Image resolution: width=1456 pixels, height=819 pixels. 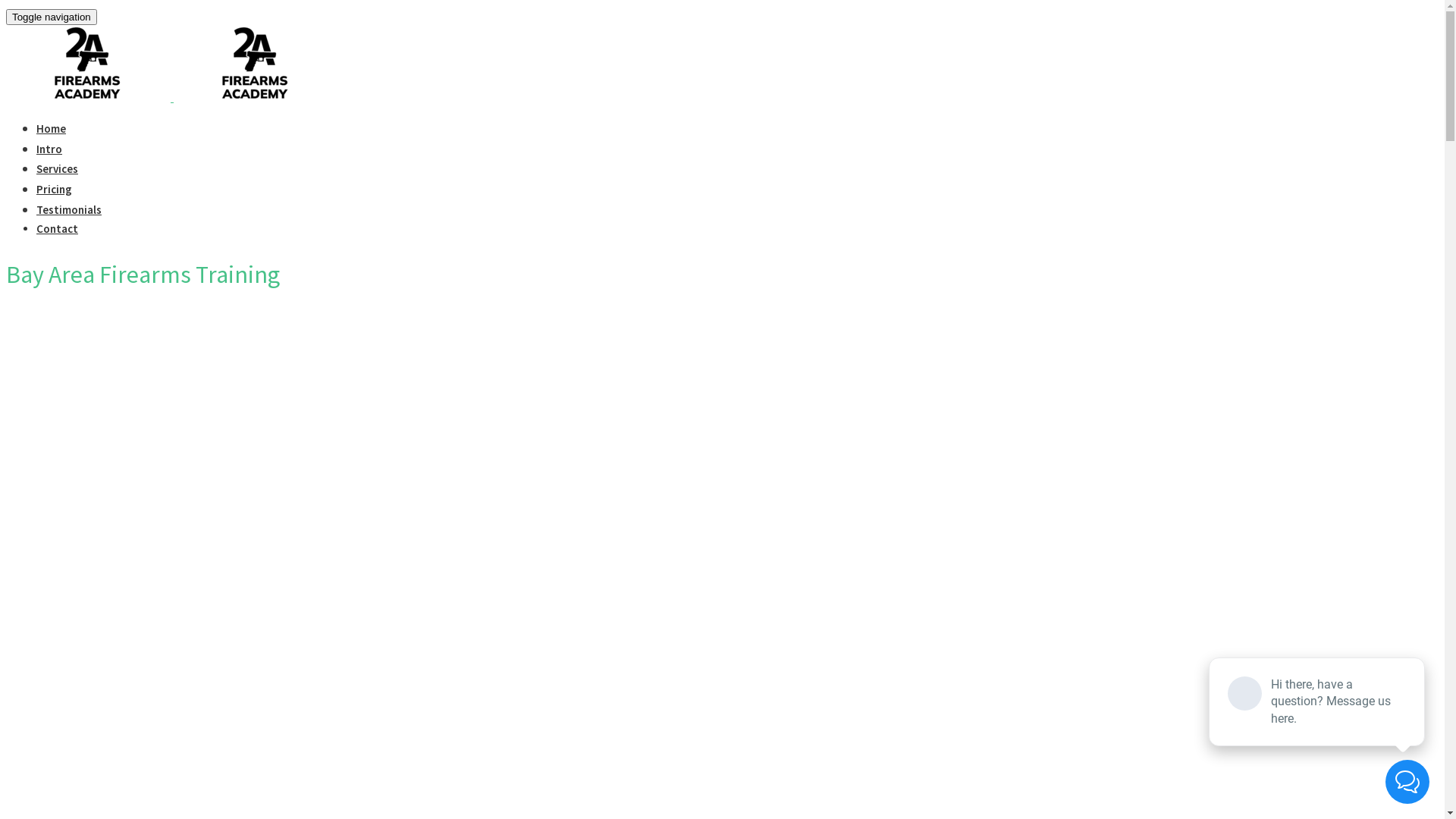 What do you see at coordinates (57, 168) in the screenshot?
I see `'Services'` at bounding box center [57, 168].